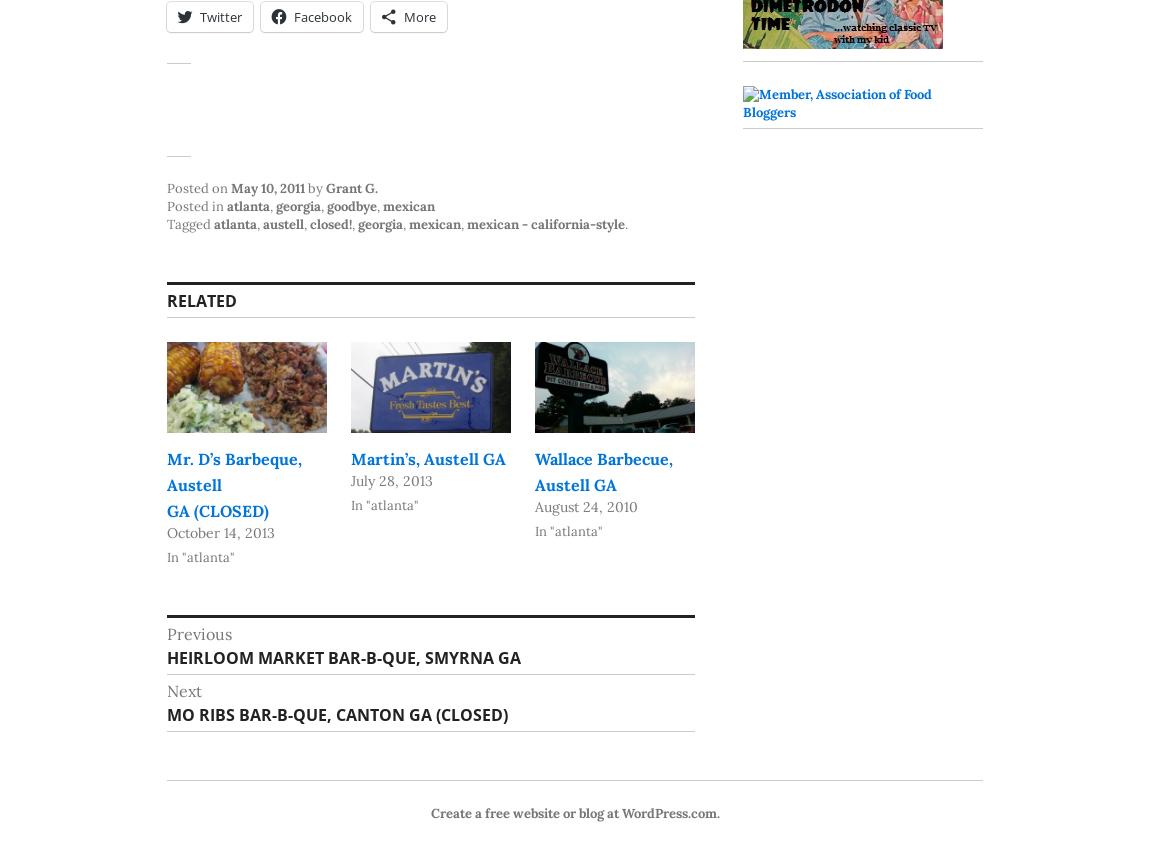  Describe the element at coordinates (574, 813) in the screenshot. I see `'Create a free website or blog at WordPress.com.'` at that location.